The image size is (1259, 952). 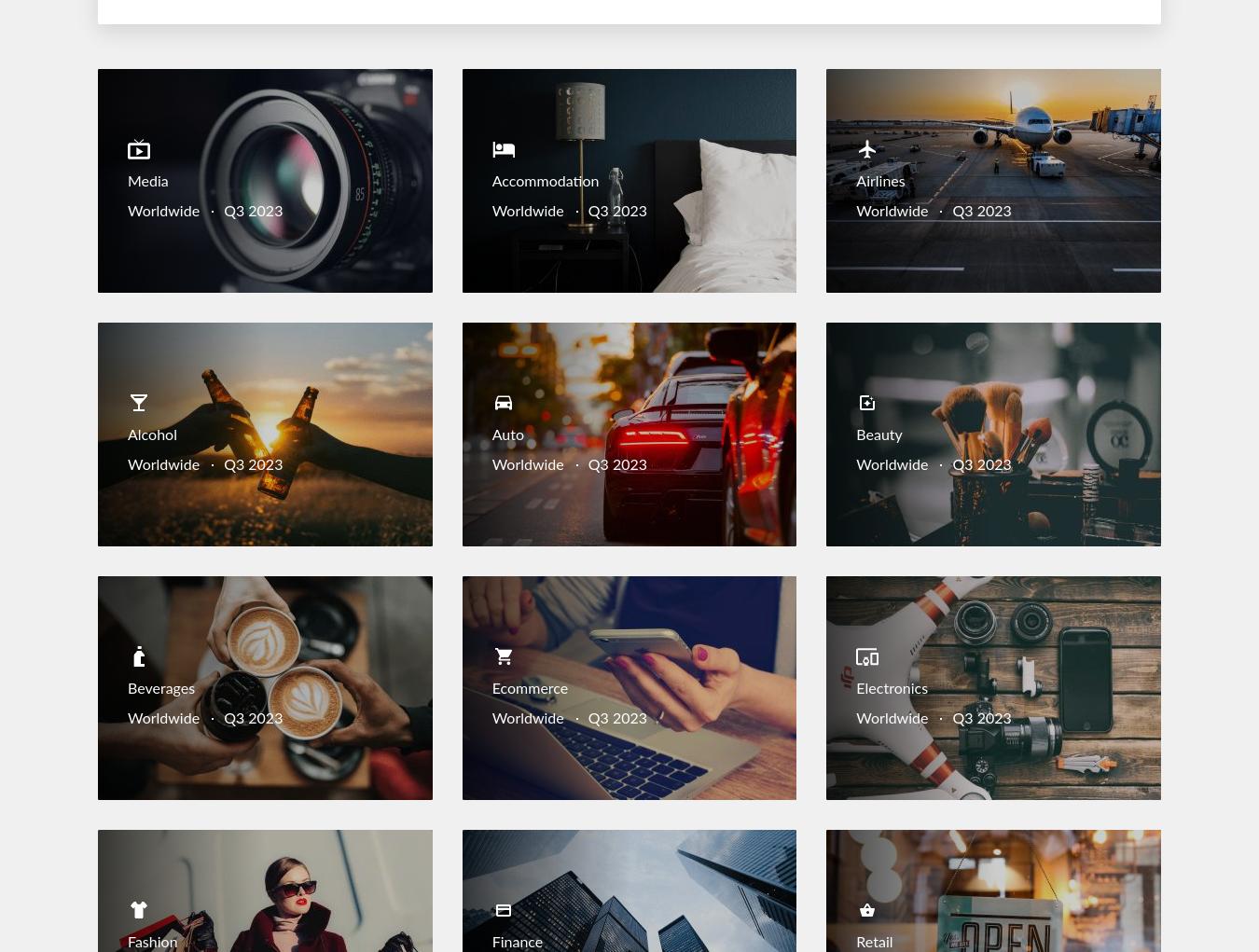 I want to click on 'Accommodation', so click(x=545, y=181).